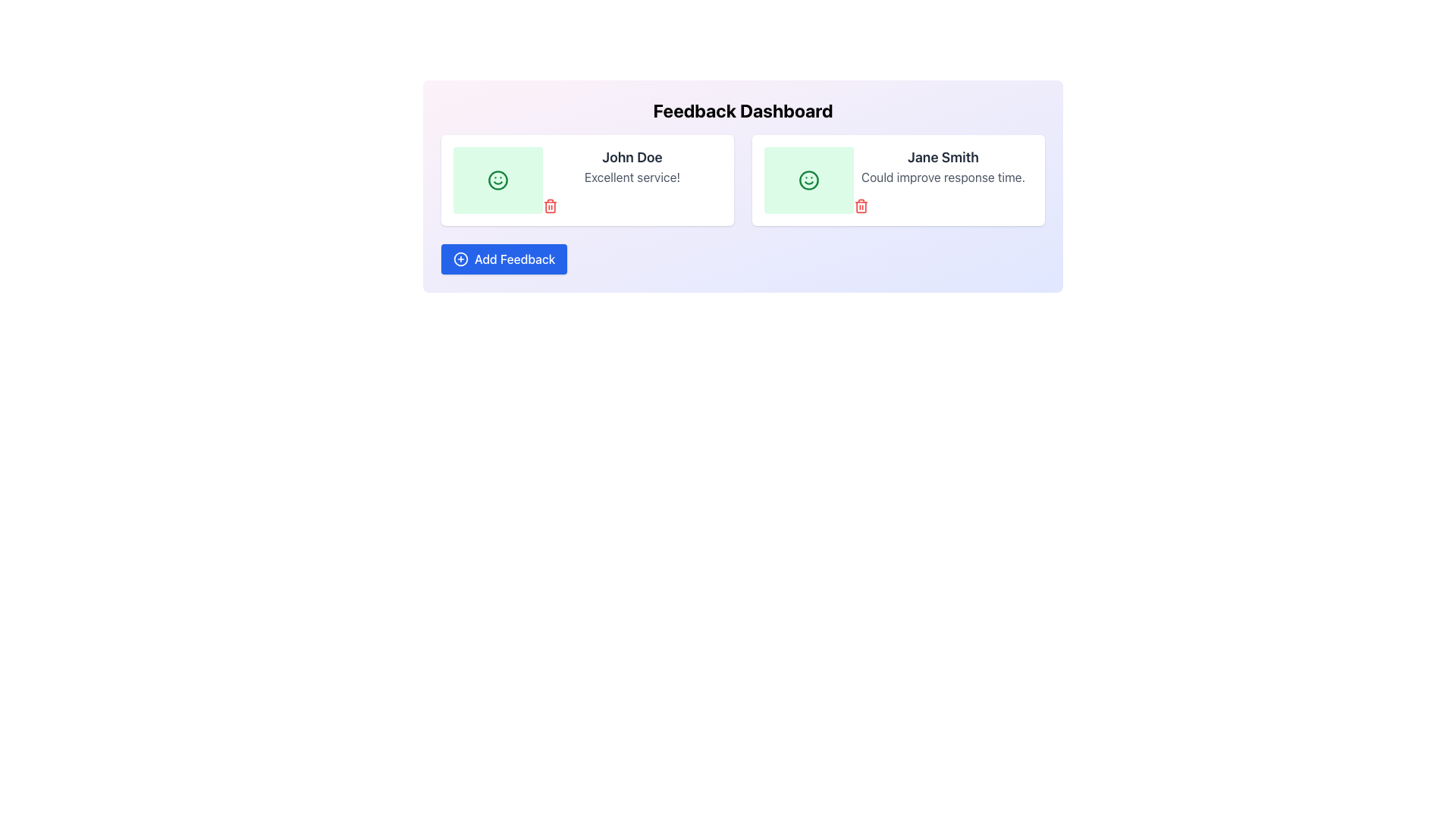 The image size is (1456, 819). Describe the element at coordinates (742, 110) in the screenshot. I see `the bold and larger 'Feedback Dashboard' static text displayed at the top center of the feedback section, which has a gradient background from pink to indigo` at that location.